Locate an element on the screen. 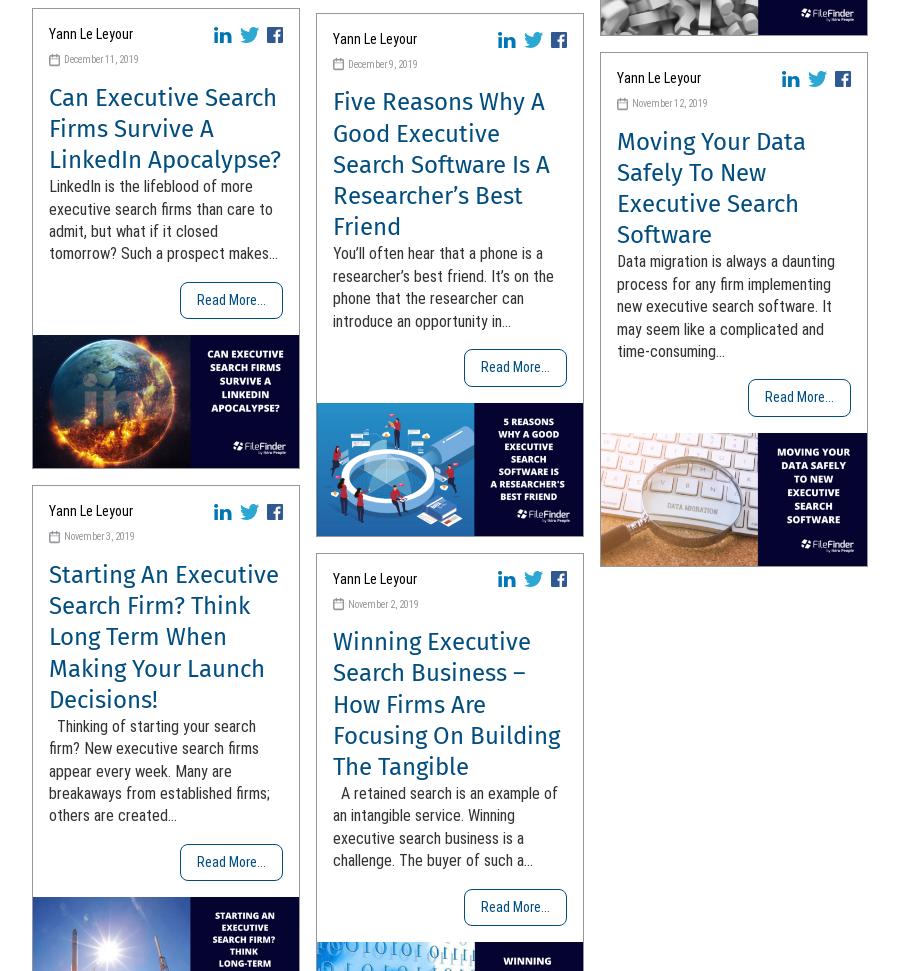 This screenshot has height=971, width=900. 'December 9, 2019' is located at coordinates (383, 62).